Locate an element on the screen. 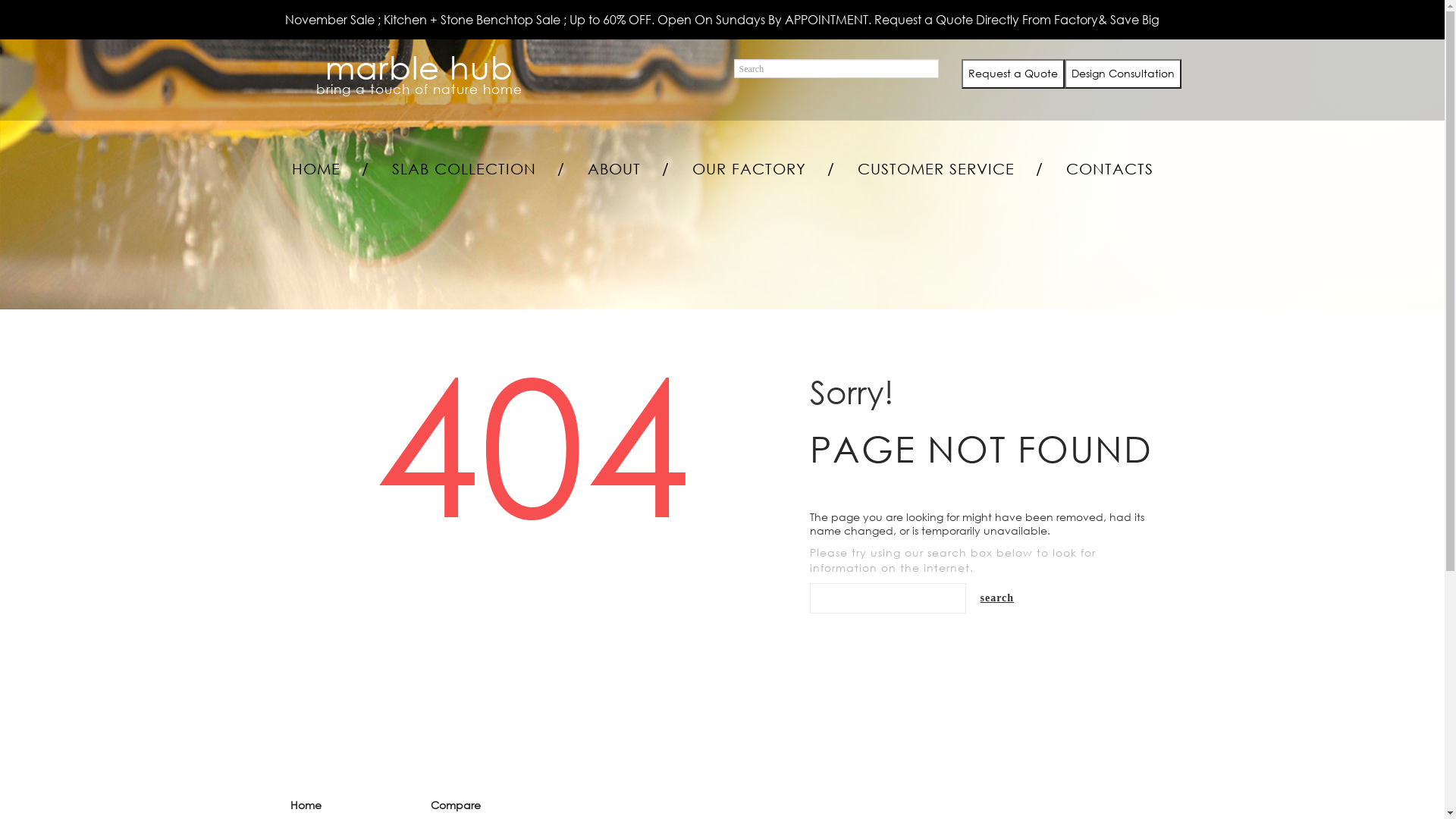 The width and height of the screenshot is (1456, 819). 'OUR FACTORY' is located at coordinates (748, 169).